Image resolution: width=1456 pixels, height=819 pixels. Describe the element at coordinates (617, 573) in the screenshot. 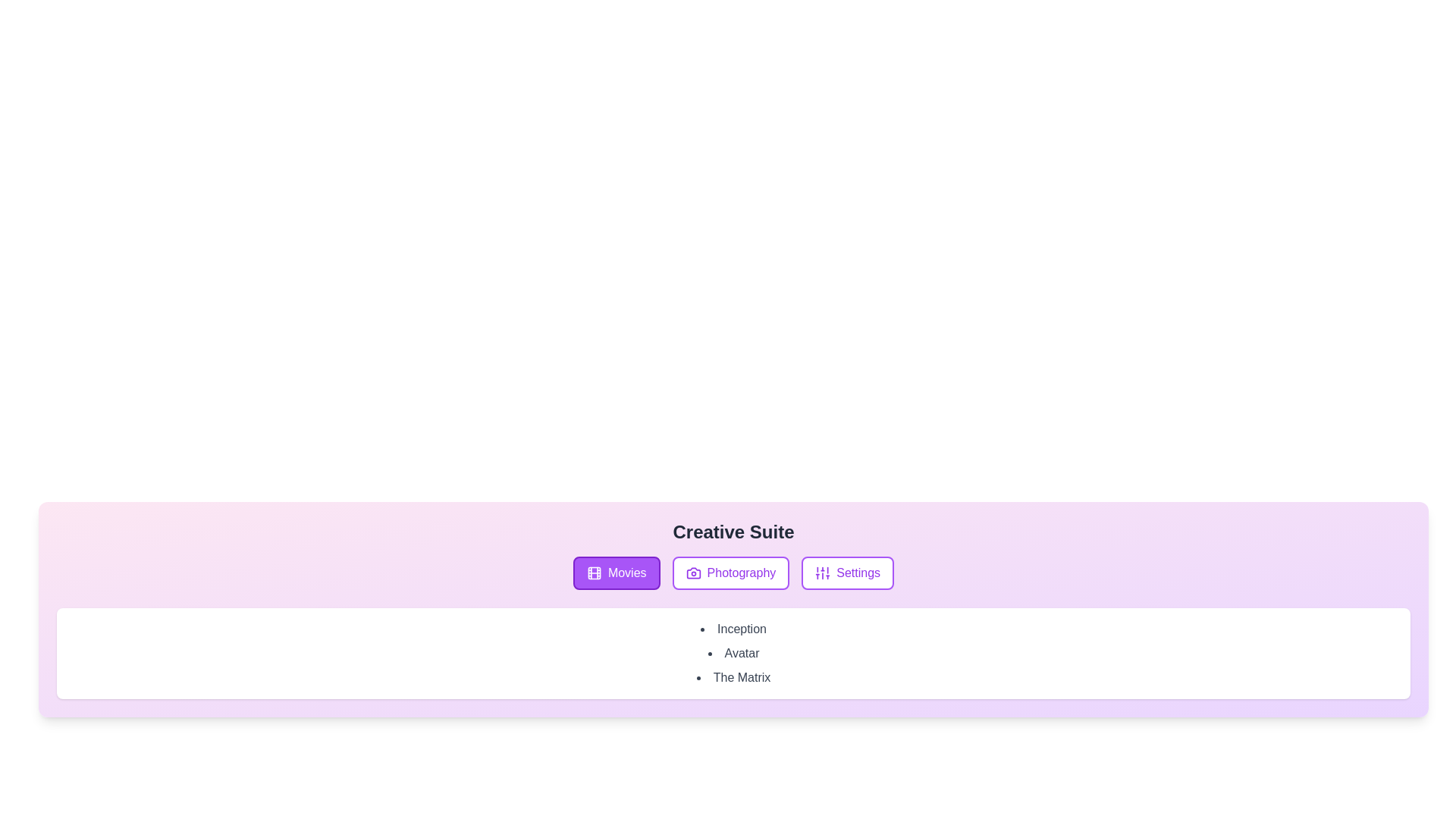

I see `the 'Movies' button, which is a rectangular button with a purple background and white text, featuring a film strip icon to the left of the text` at that location.